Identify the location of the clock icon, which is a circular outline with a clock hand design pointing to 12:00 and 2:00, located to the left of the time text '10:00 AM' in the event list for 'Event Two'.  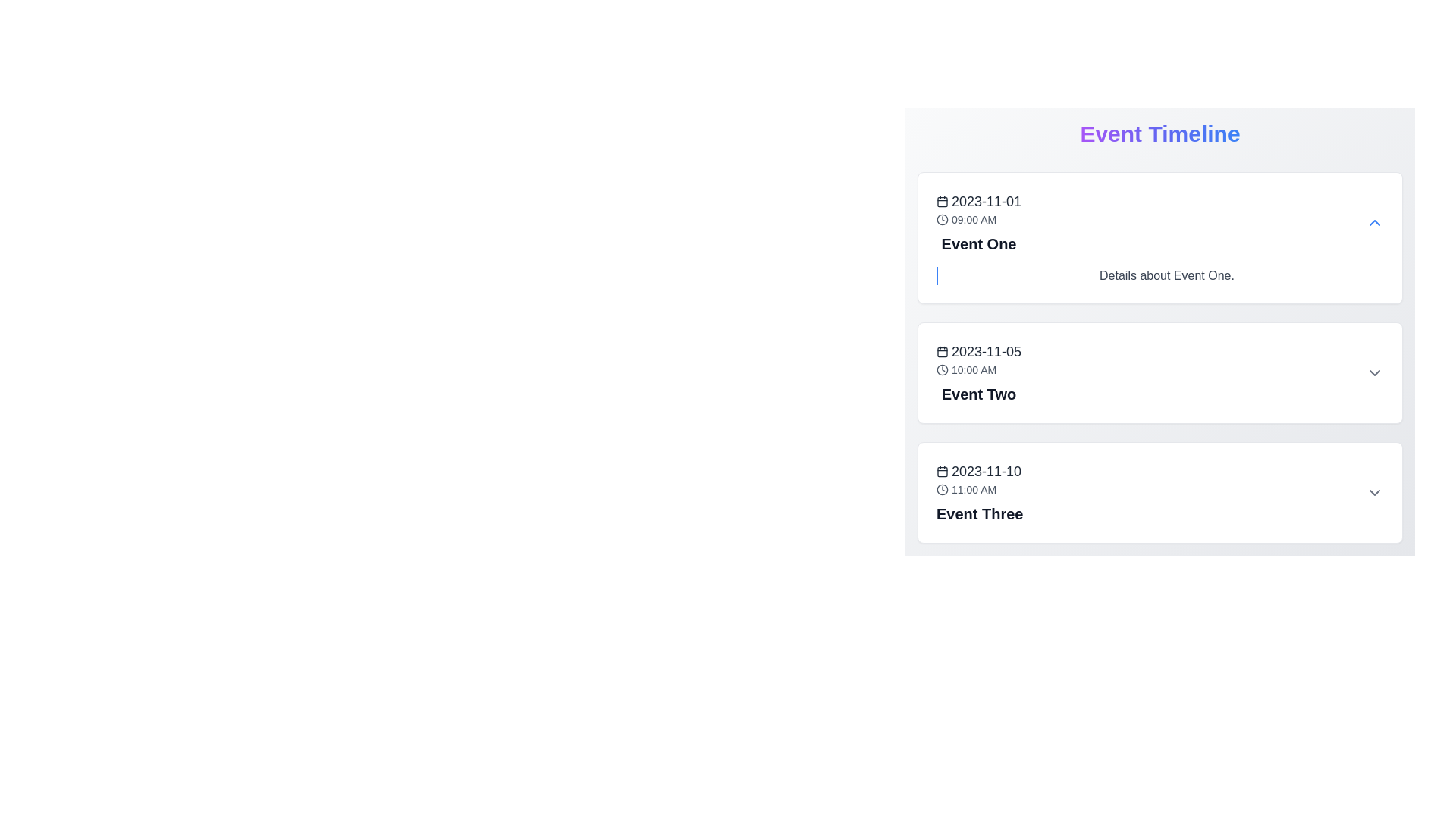
(942, 370).